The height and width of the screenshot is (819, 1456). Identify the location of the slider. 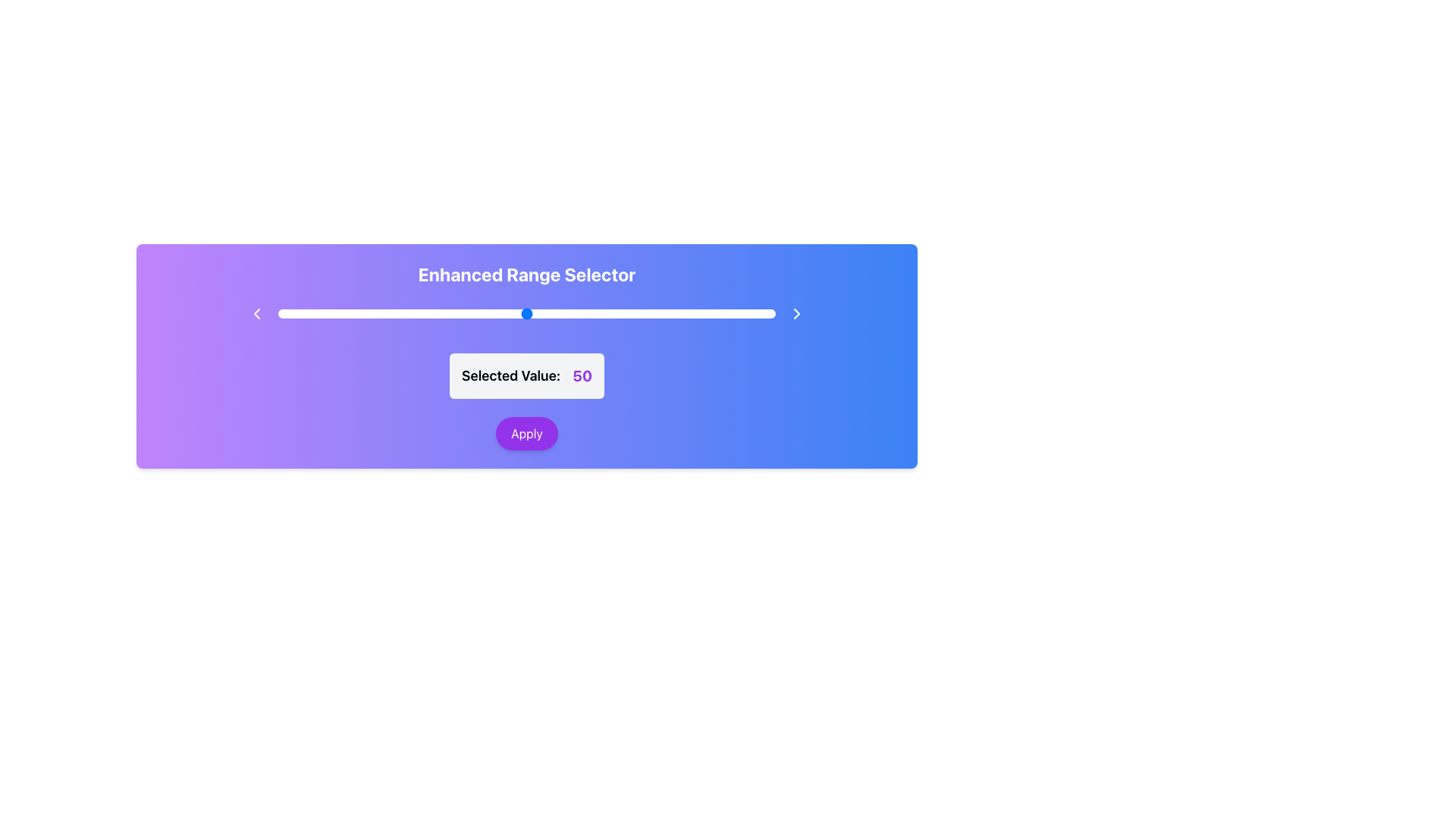
(736, 312).